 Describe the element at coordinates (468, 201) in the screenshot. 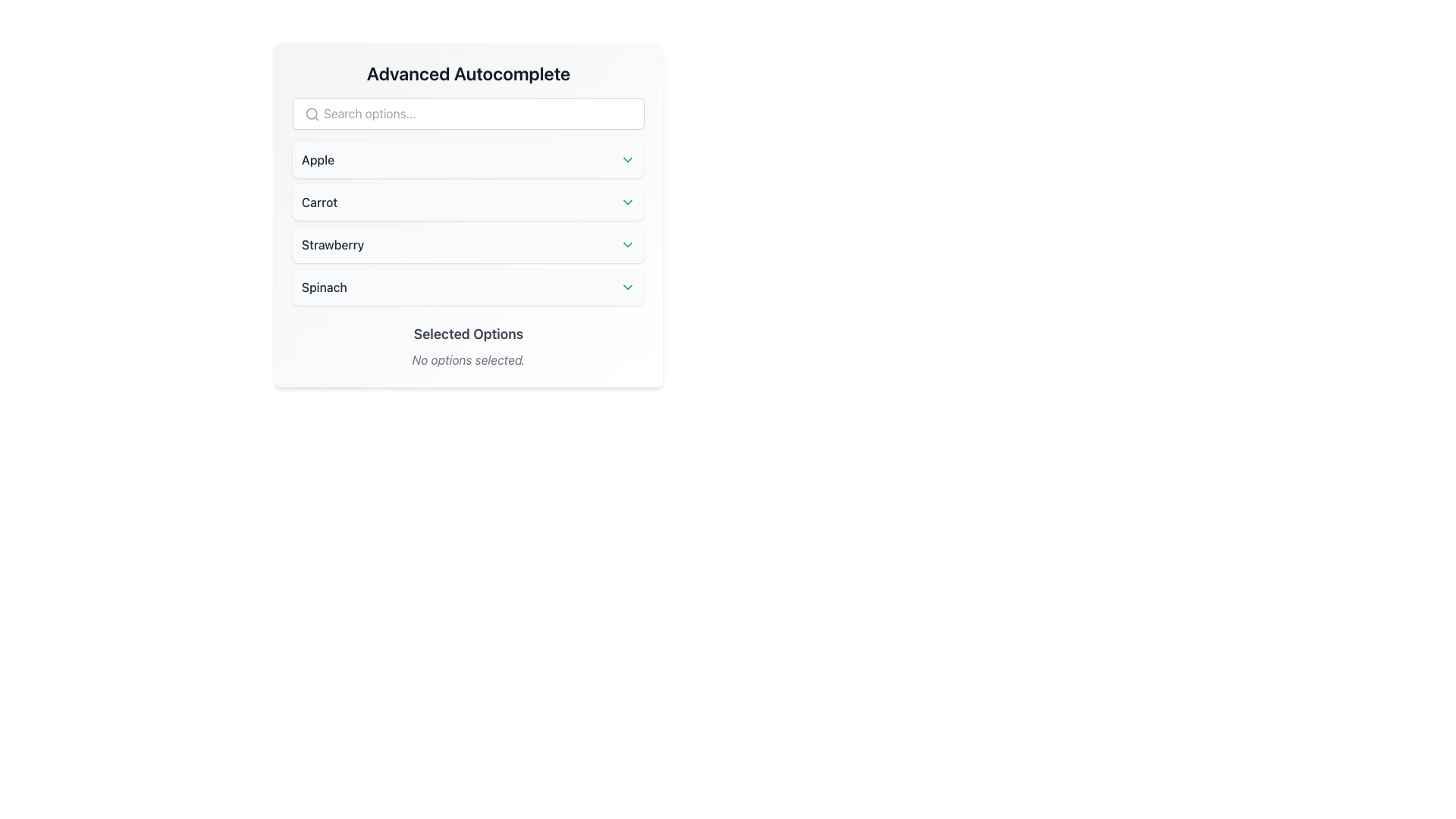

I see `the second item 'Carrot' in the list` at that location.